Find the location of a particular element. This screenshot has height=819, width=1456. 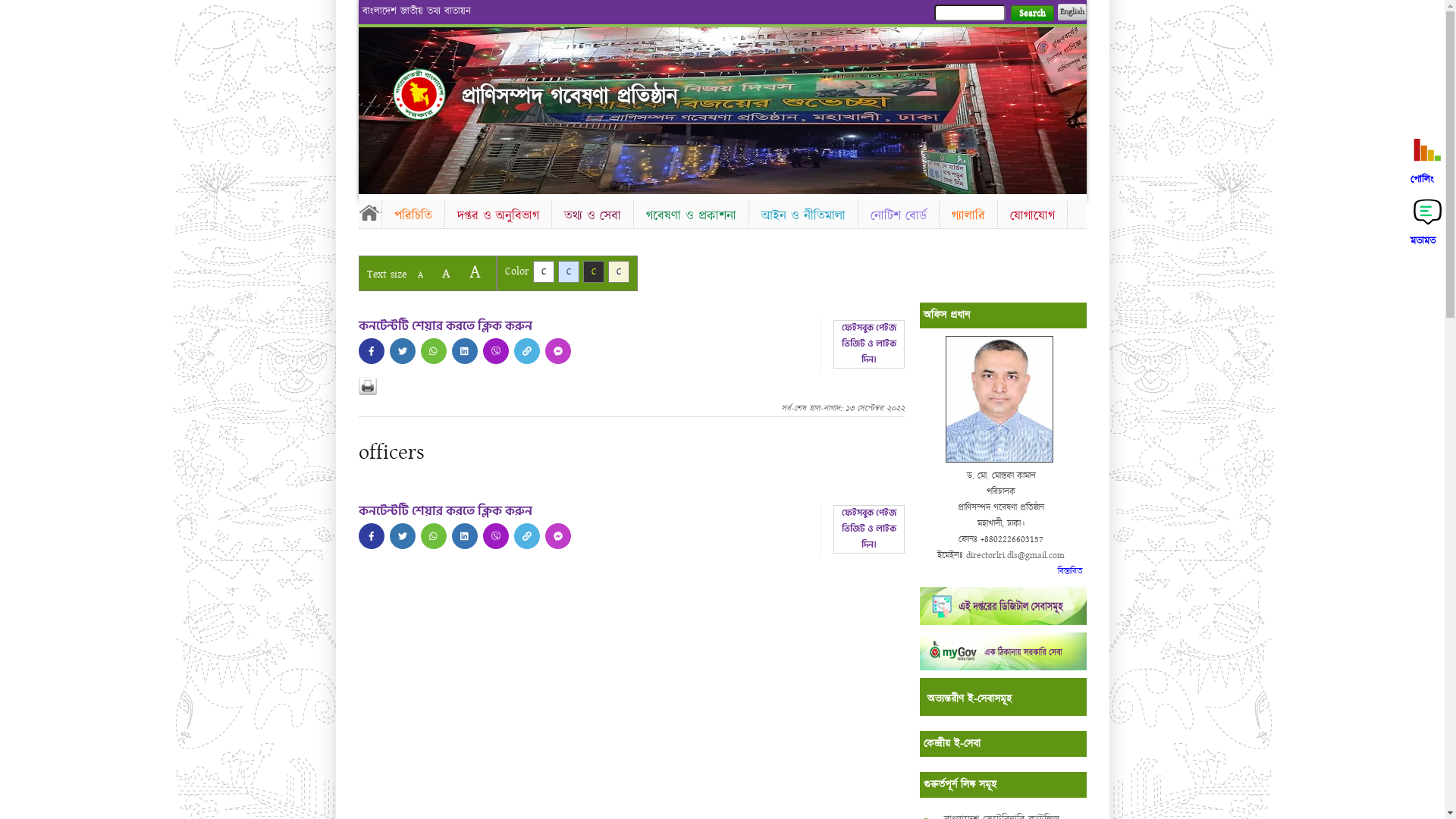

'A' is located at coordinates (473, 271).